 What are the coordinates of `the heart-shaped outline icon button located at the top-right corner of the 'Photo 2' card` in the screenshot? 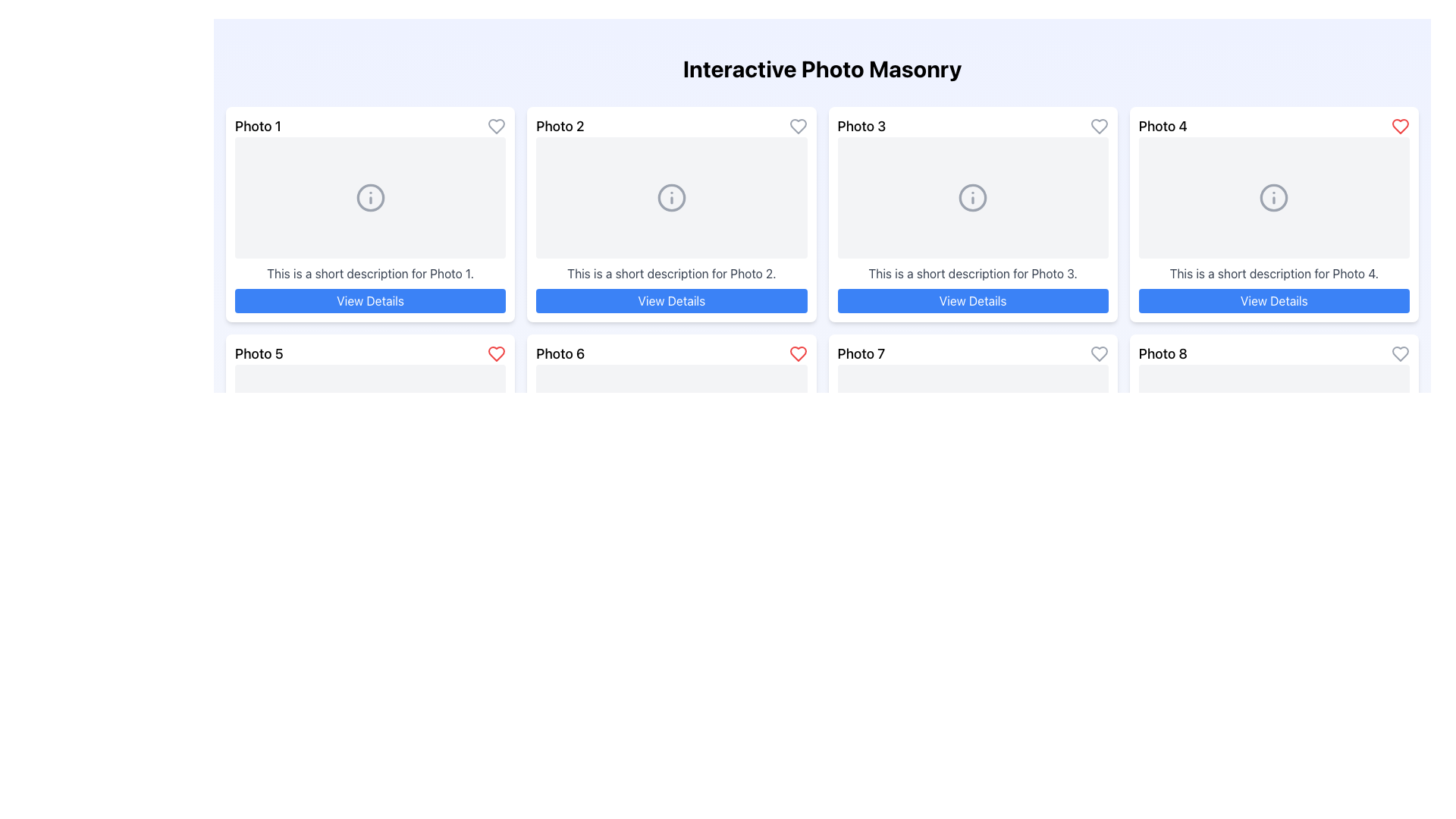 It's located at (797, 125).